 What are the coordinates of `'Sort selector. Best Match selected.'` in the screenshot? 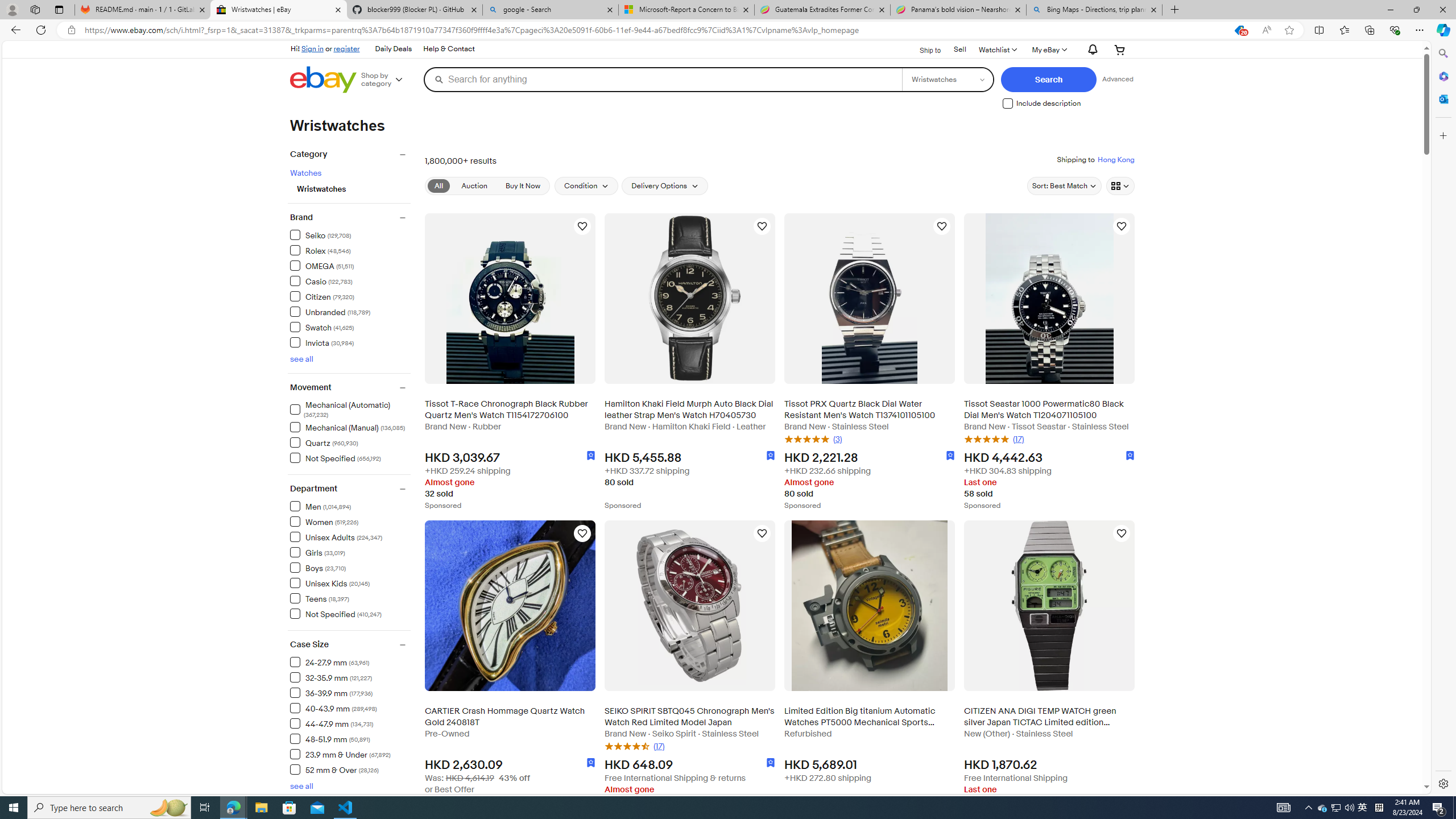 It's located at (1064, 185).